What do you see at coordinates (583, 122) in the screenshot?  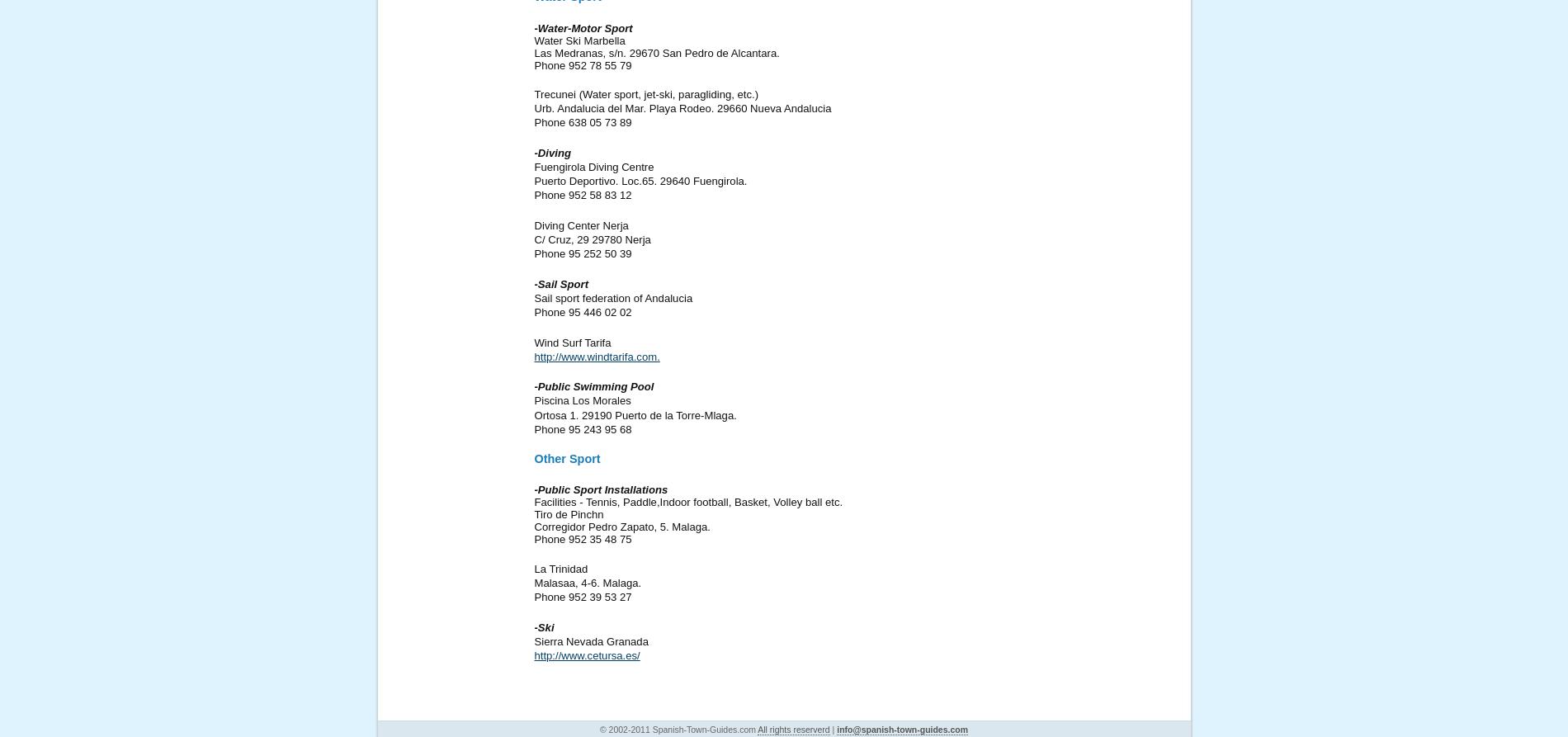 I see `'Phone 638 05 73 89'` at bounding box center [583, 122].